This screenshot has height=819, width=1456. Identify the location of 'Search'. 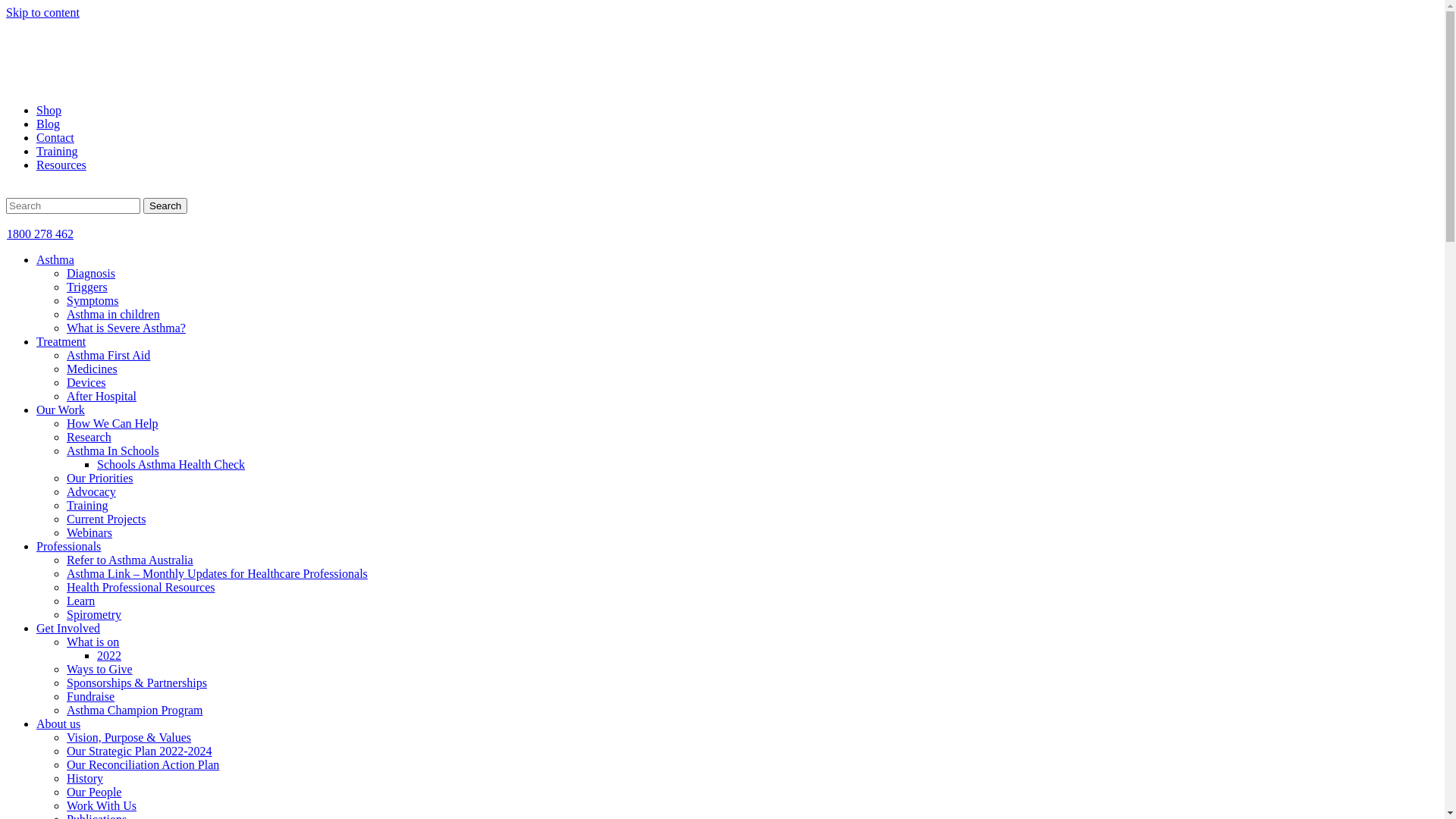
(165, 206).